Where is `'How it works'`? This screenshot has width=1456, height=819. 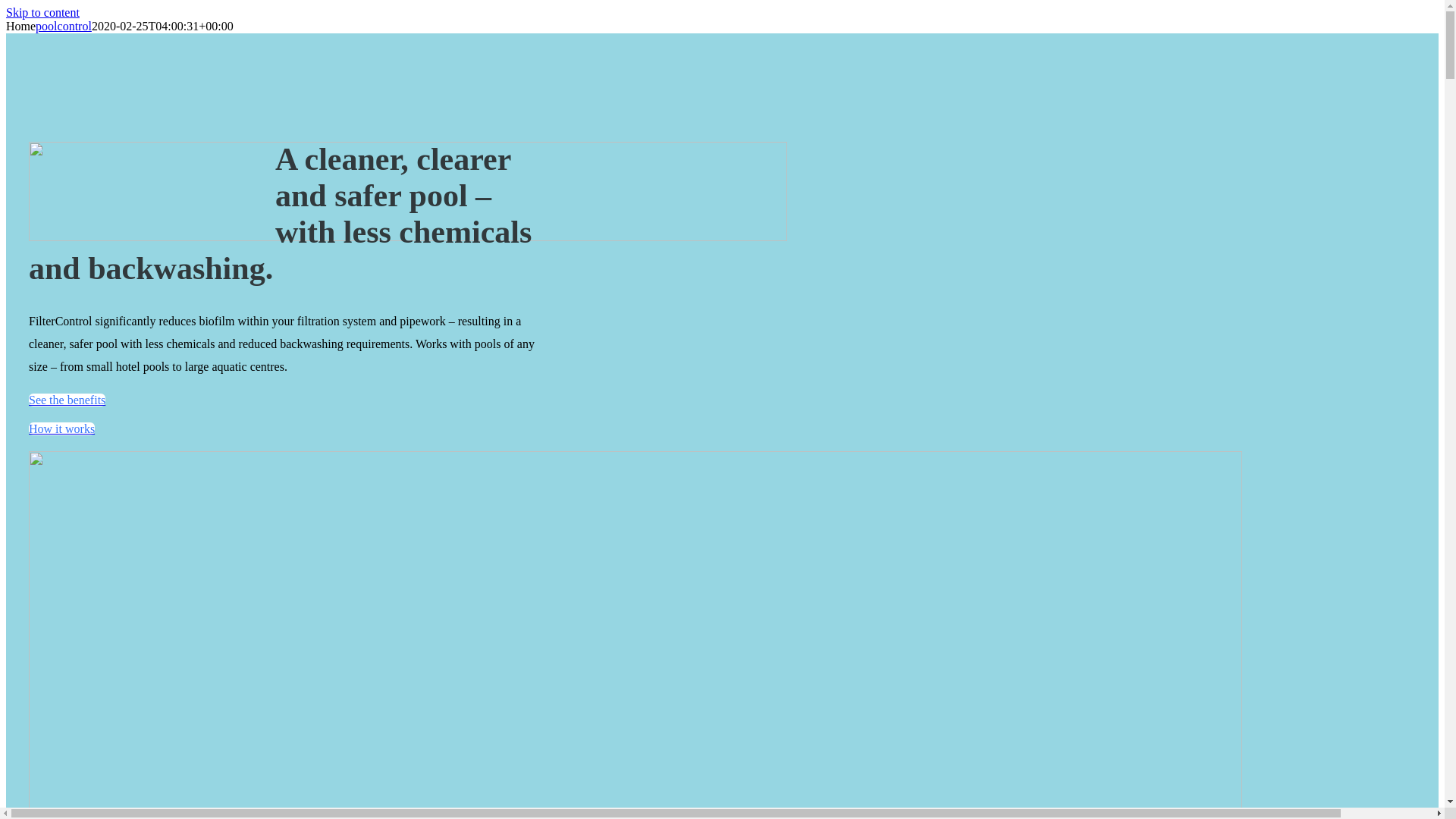 'How it works' is located at coordinates (29, 428).